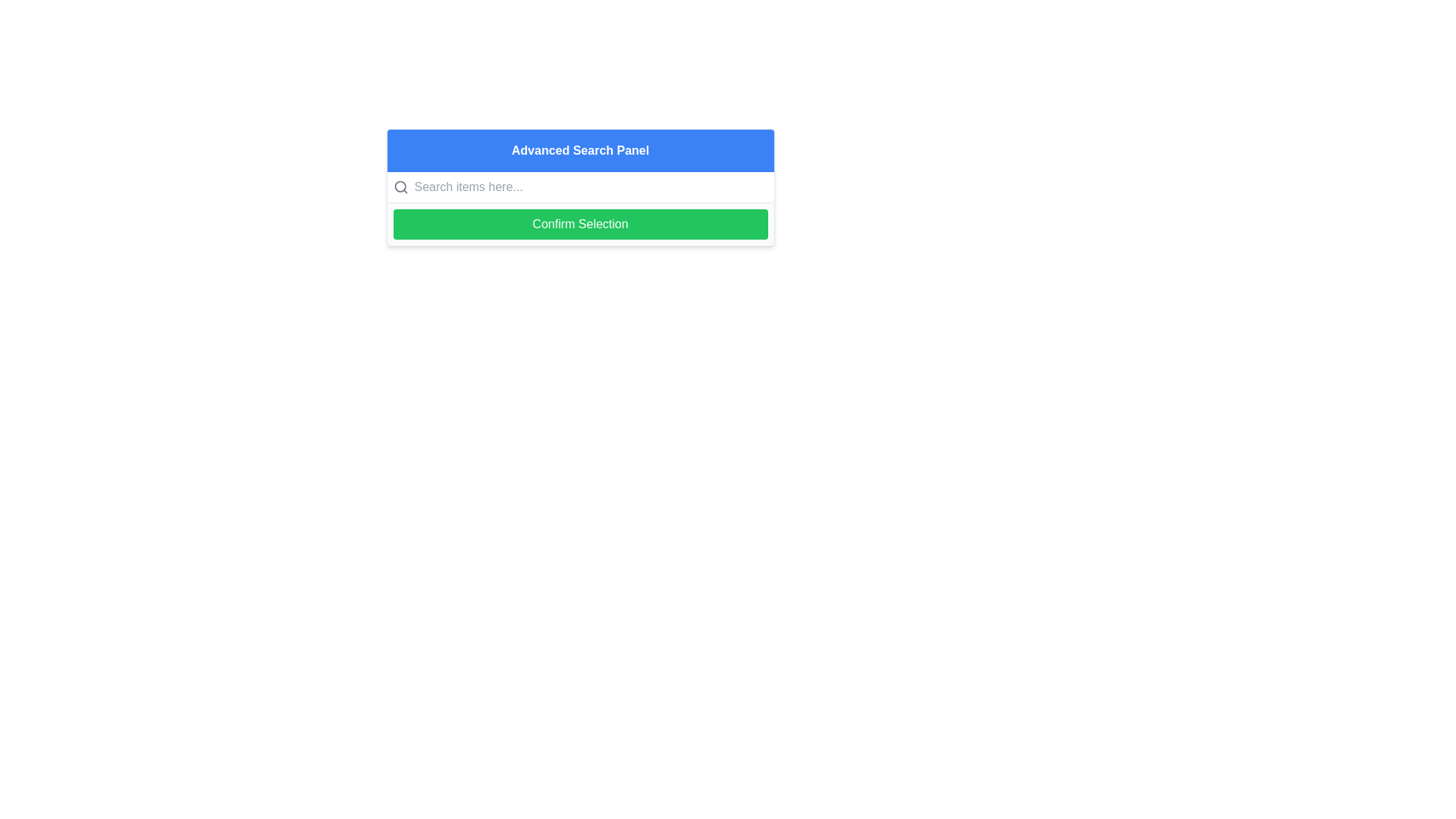  I want to click on the green rectangular button labeled 'Confirm Selection' in the 'Advanced Search Panel', so click(579, 224).